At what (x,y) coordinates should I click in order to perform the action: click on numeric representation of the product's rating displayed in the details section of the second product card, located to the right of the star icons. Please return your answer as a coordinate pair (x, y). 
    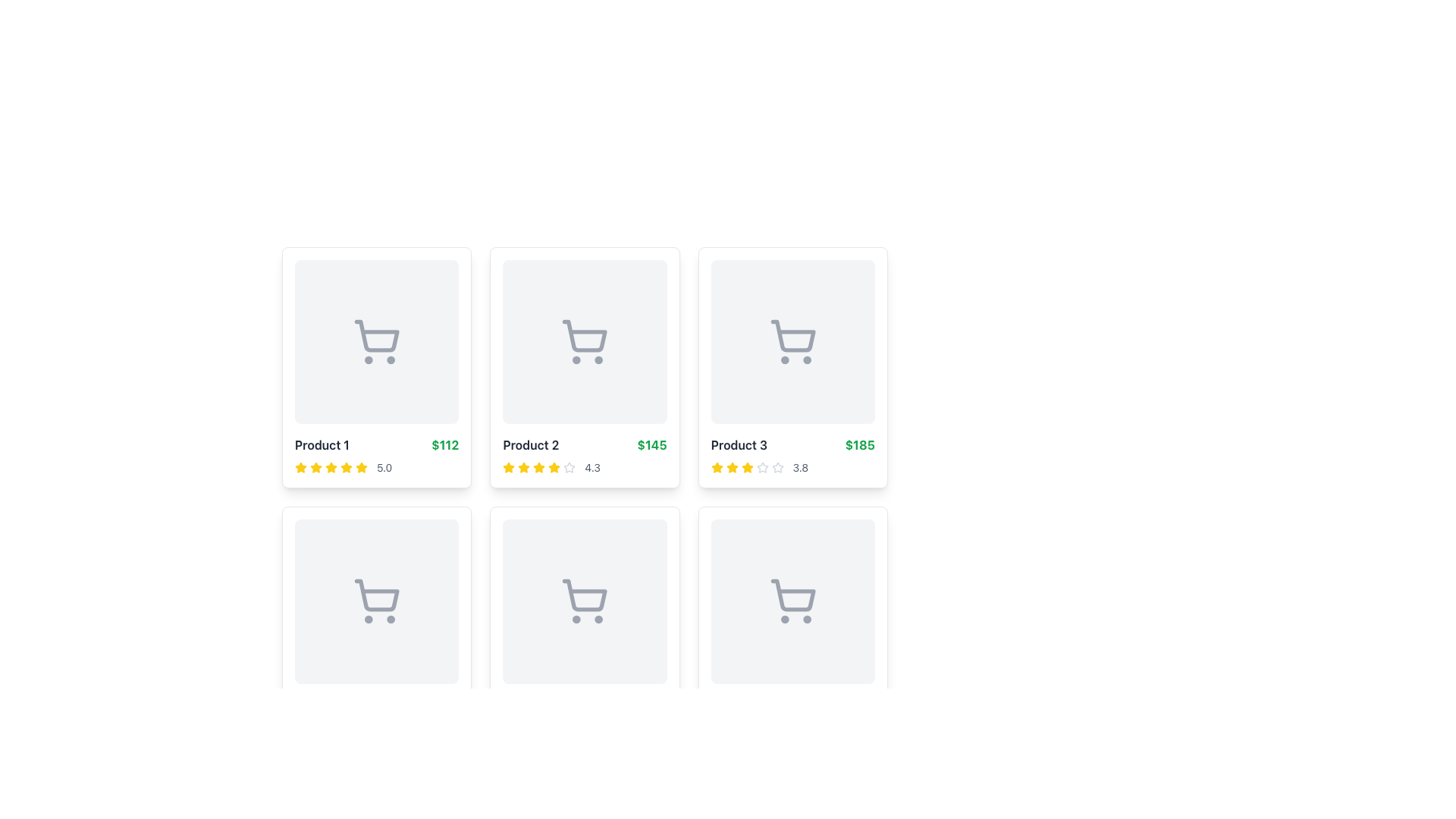
    Looking at the image, I should click on (591, 467).